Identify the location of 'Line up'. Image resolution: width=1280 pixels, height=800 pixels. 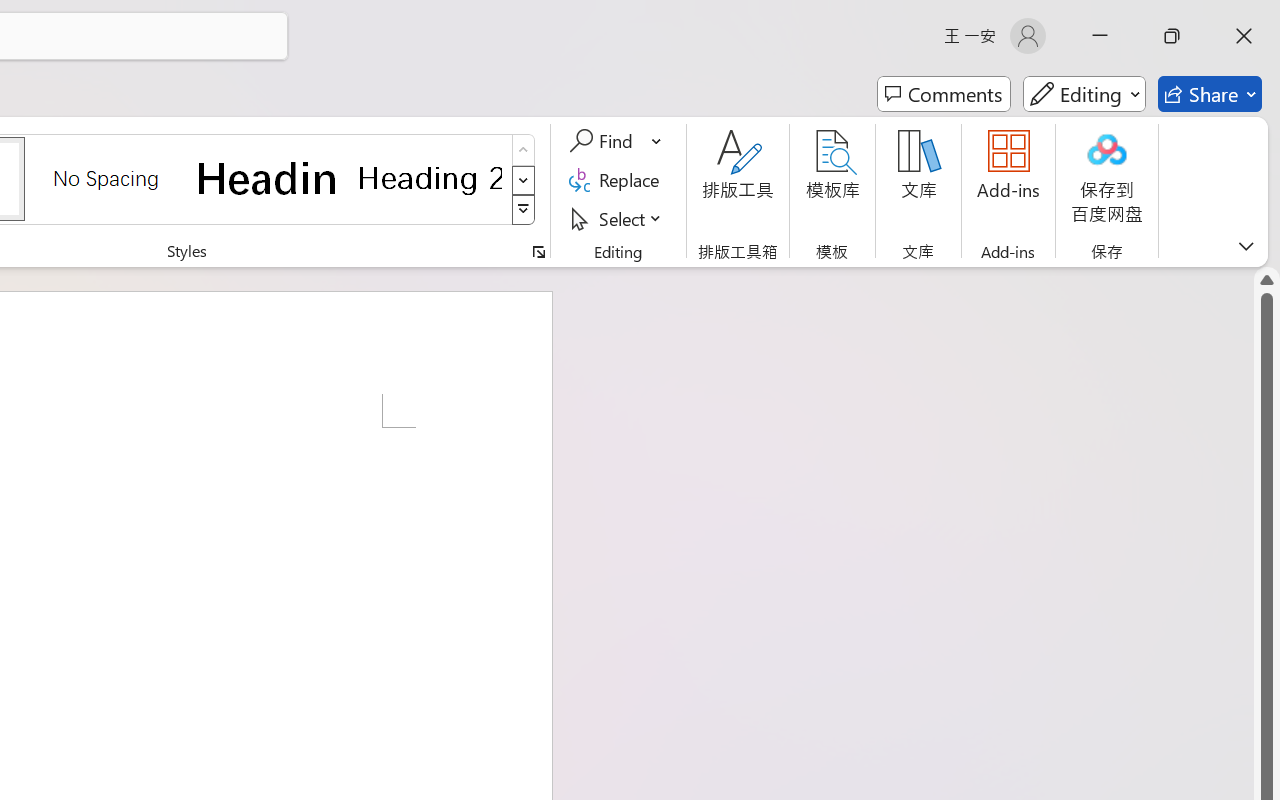
(1266, 280).